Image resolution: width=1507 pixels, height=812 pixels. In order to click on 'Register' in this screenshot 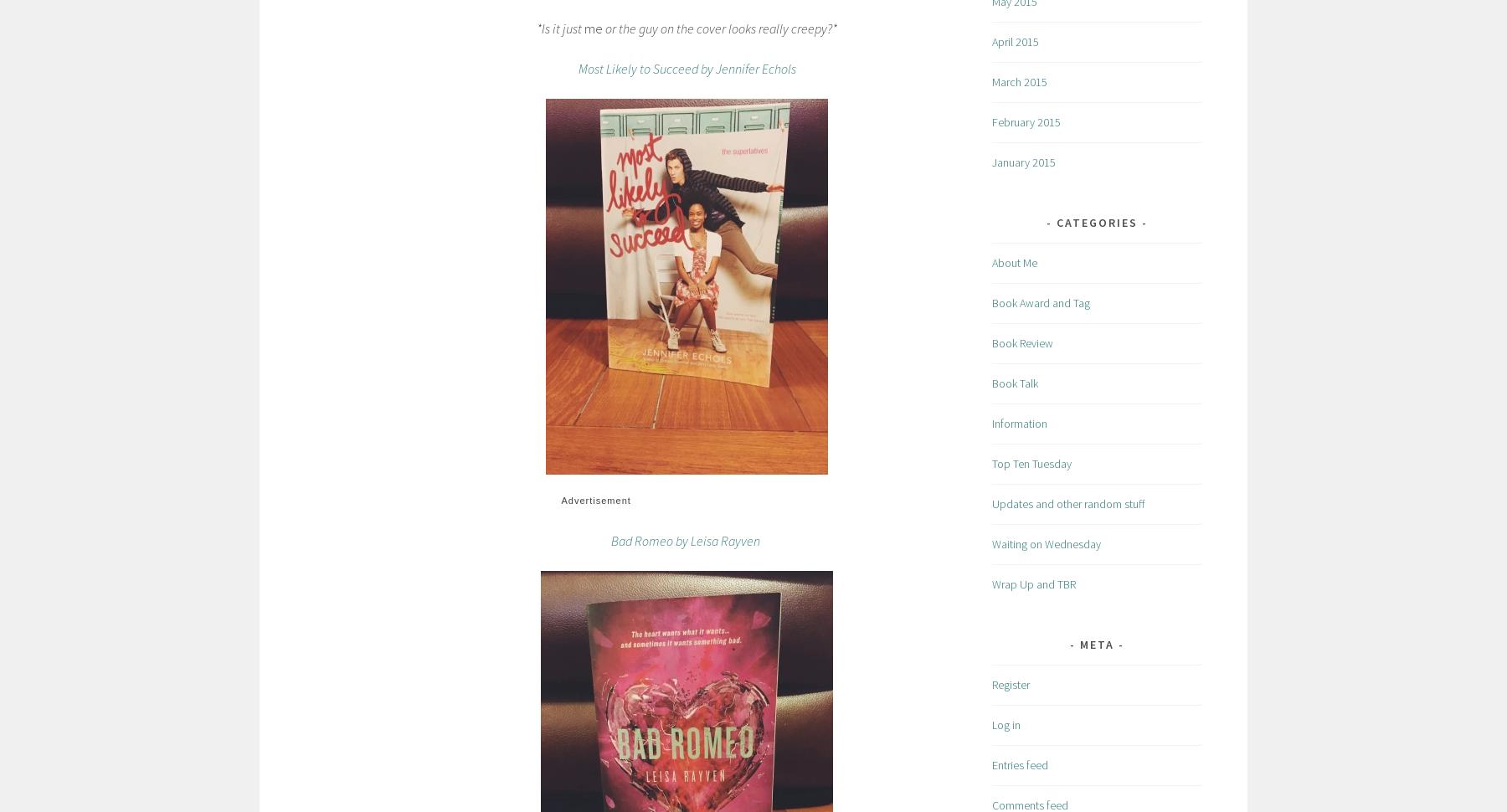, I will do `click(1010, 684)`.